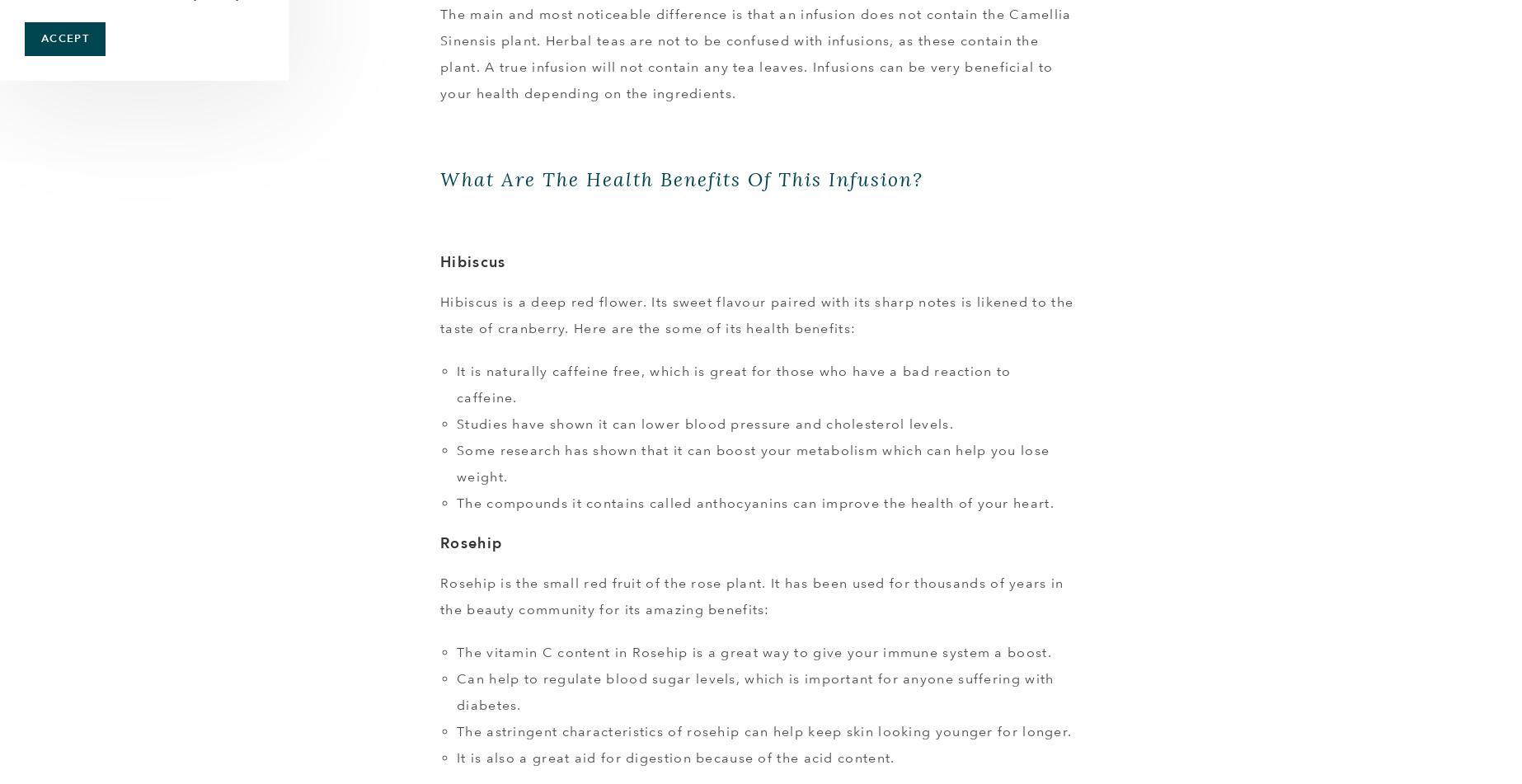 The width and height of the screenshot is (1522, 784). I want to click on 'Rosehip', so click(470, 542).